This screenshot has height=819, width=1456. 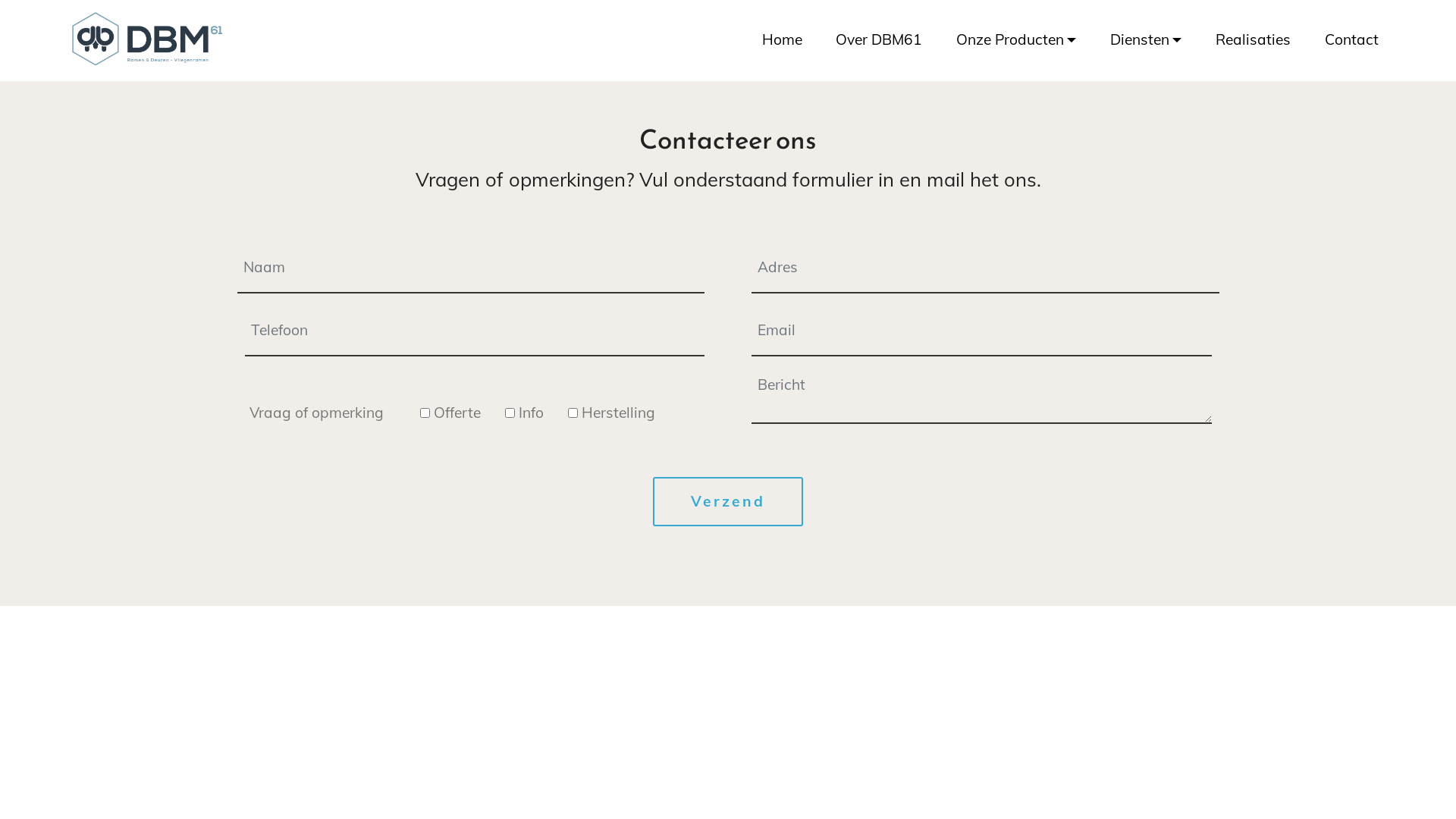 What do you see at coordinates (835, 40) in the screenshot?
I see `'Over DBM61'` at bounding box center [835, 40].